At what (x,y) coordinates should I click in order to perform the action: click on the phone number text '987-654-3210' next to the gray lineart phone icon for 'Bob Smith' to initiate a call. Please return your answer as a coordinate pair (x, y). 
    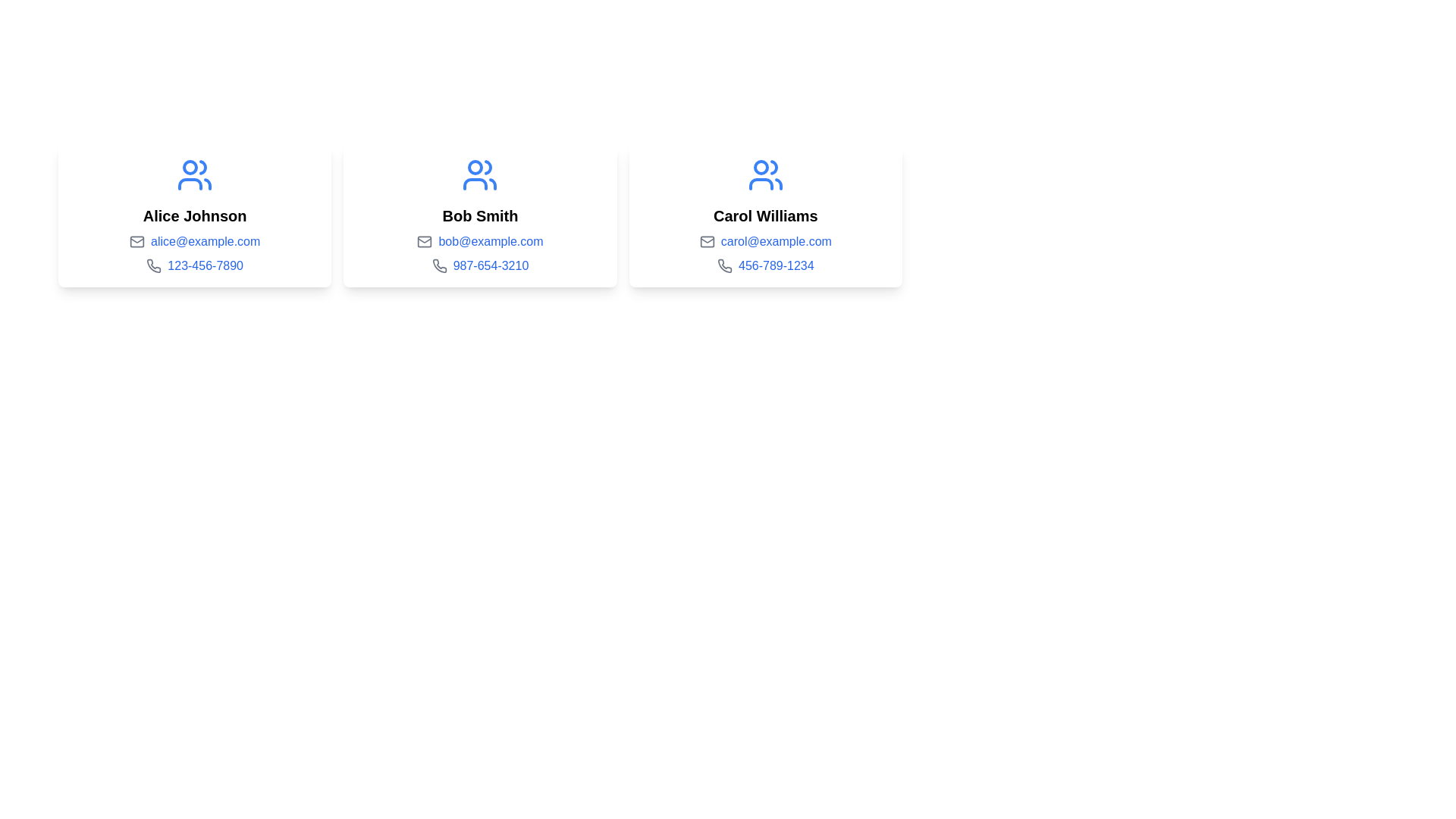
    Looking at the image, I should click on (438, 265).